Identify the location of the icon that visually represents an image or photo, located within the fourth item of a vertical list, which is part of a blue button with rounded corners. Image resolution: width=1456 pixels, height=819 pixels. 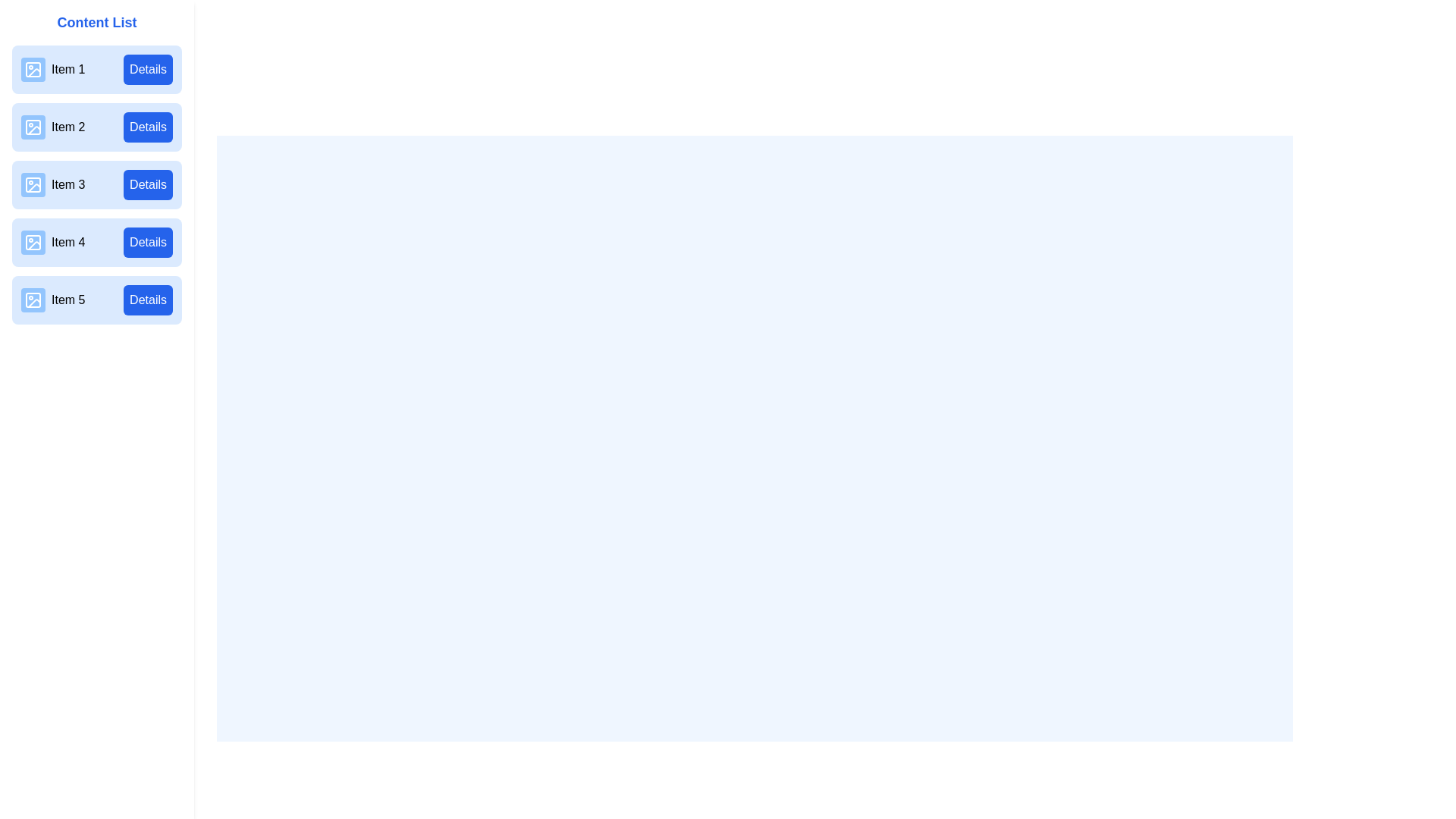
(33, 242).